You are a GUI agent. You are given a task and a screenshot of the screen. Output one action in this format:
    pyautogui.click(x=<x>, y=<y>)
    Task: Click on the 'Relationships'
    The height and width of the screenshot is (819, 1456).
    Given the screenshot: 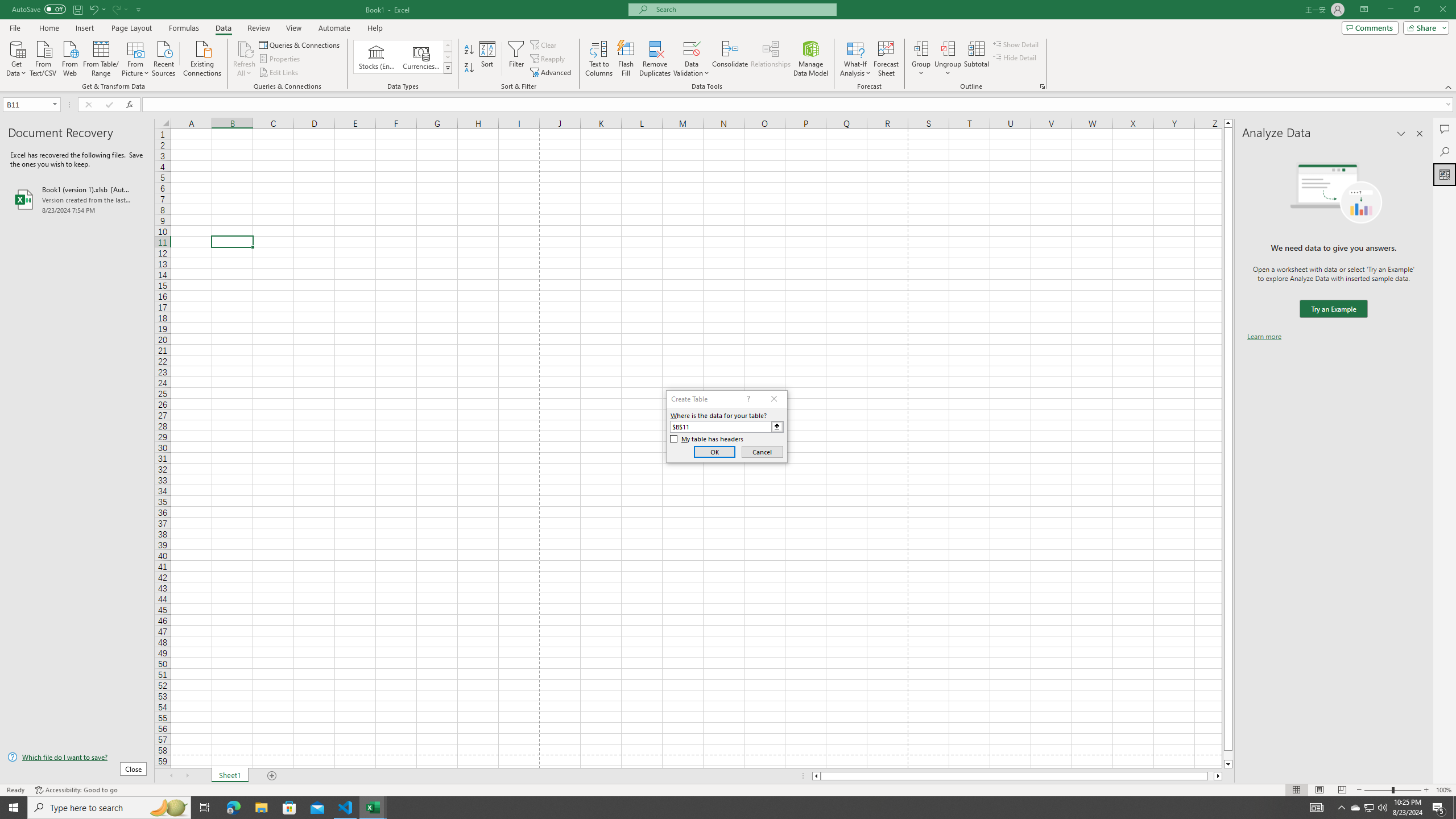 What is the action you would take?
    pyautogui.click(x=770, y=59)
    